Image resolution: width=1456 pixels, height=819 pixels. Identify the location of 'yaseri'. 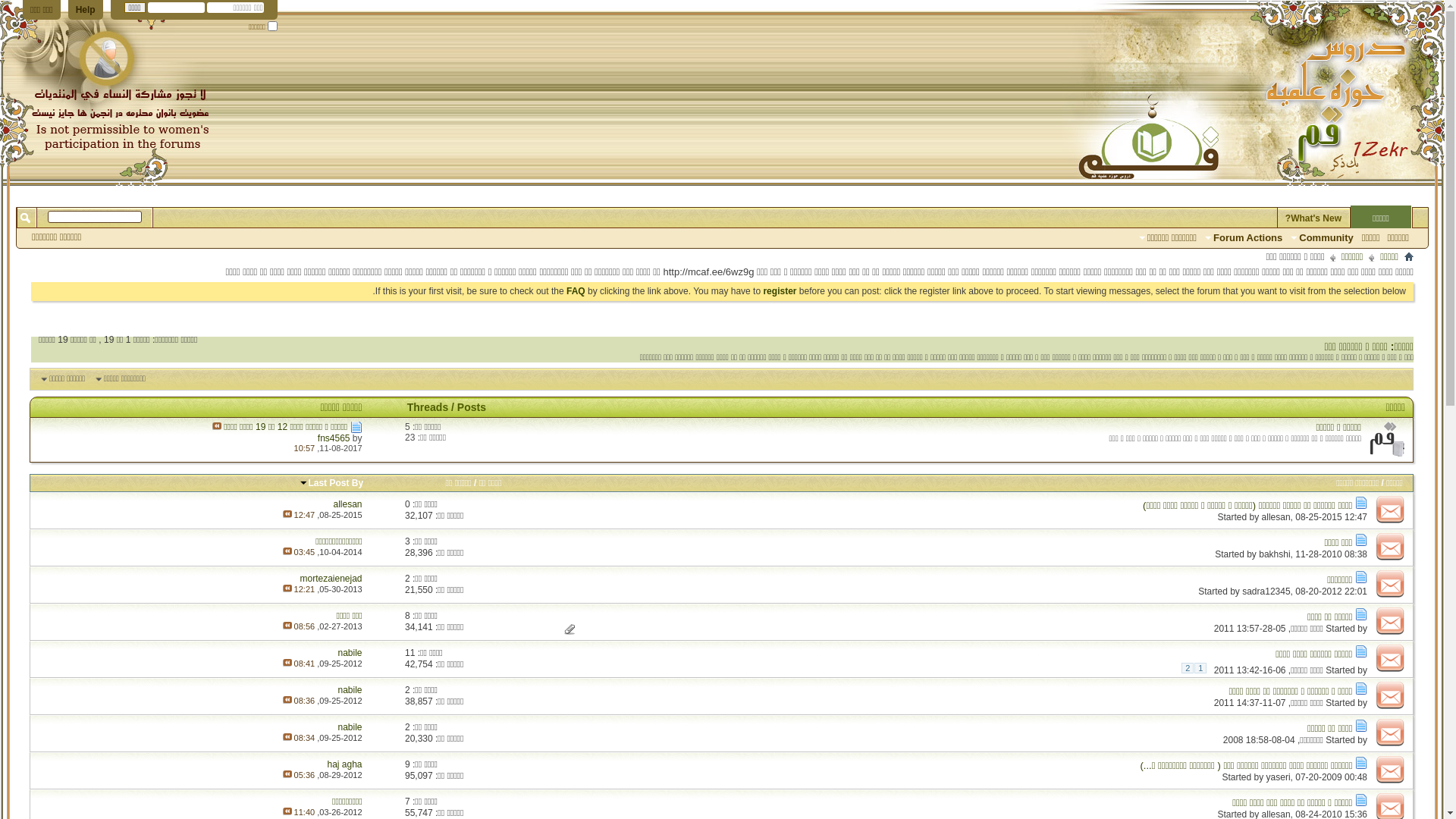
(1277, 777).